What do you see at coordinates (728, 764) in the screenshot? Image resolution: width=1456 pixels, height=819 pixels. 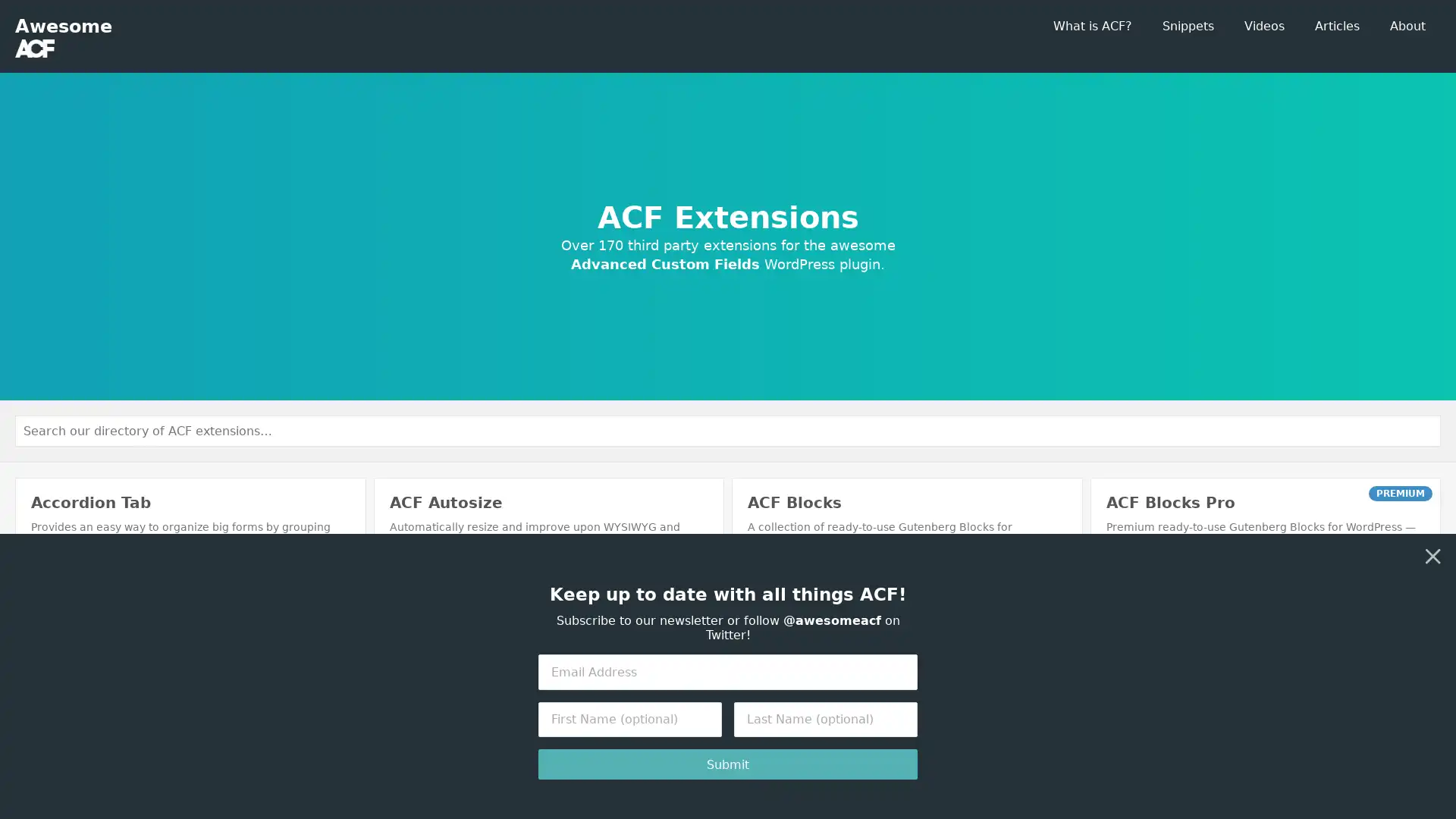 I see `Submit` at bounding box center [728, 764].